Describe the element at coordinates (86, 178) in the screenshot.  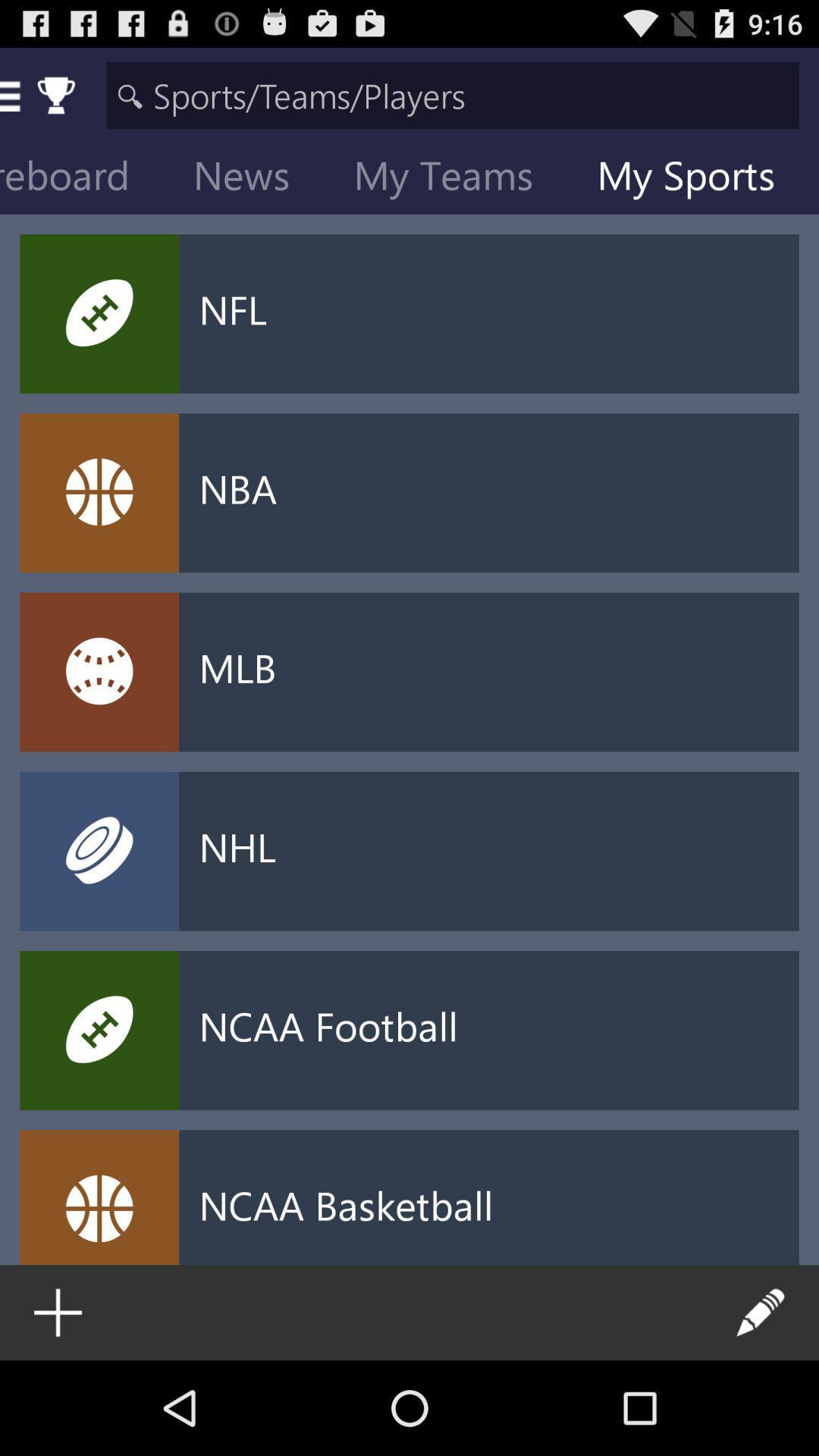
I see `scoreboard icon` at that location.